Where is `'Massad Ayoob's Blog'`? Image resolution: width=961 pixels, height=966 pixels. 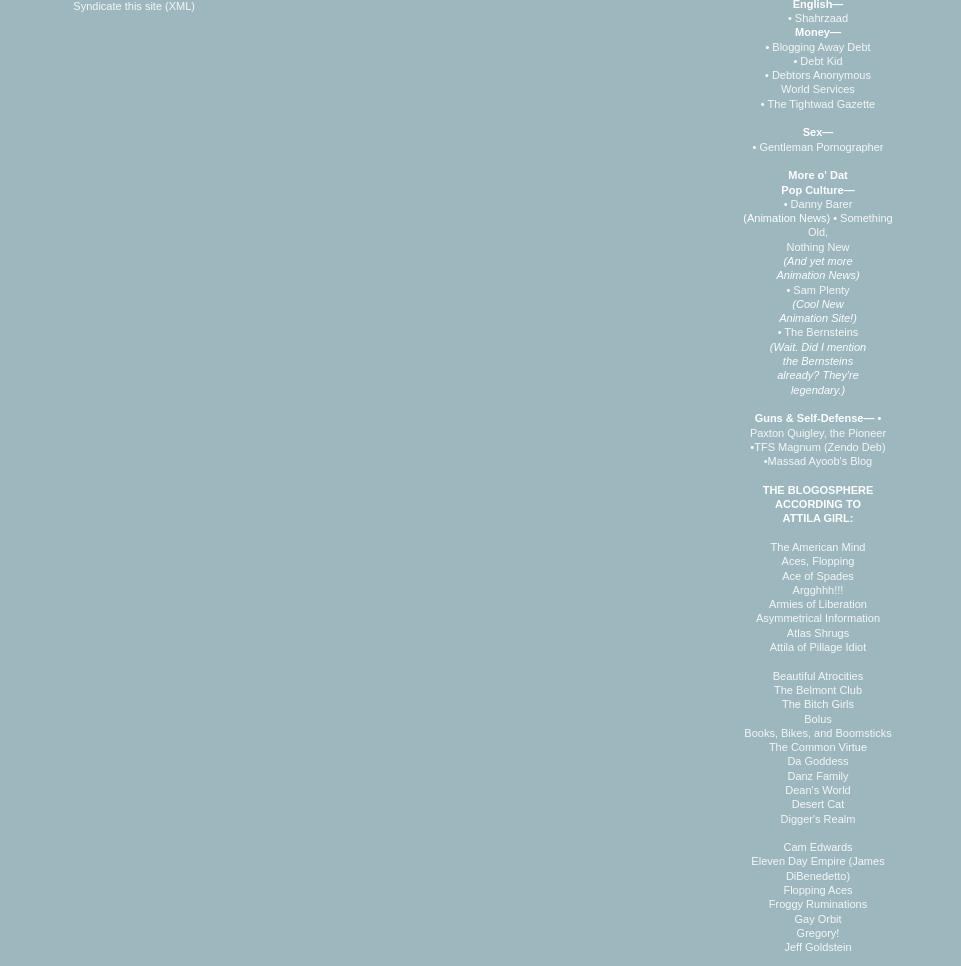
'Massad Ayoob's Blog' is located at coordinates (819, 460).